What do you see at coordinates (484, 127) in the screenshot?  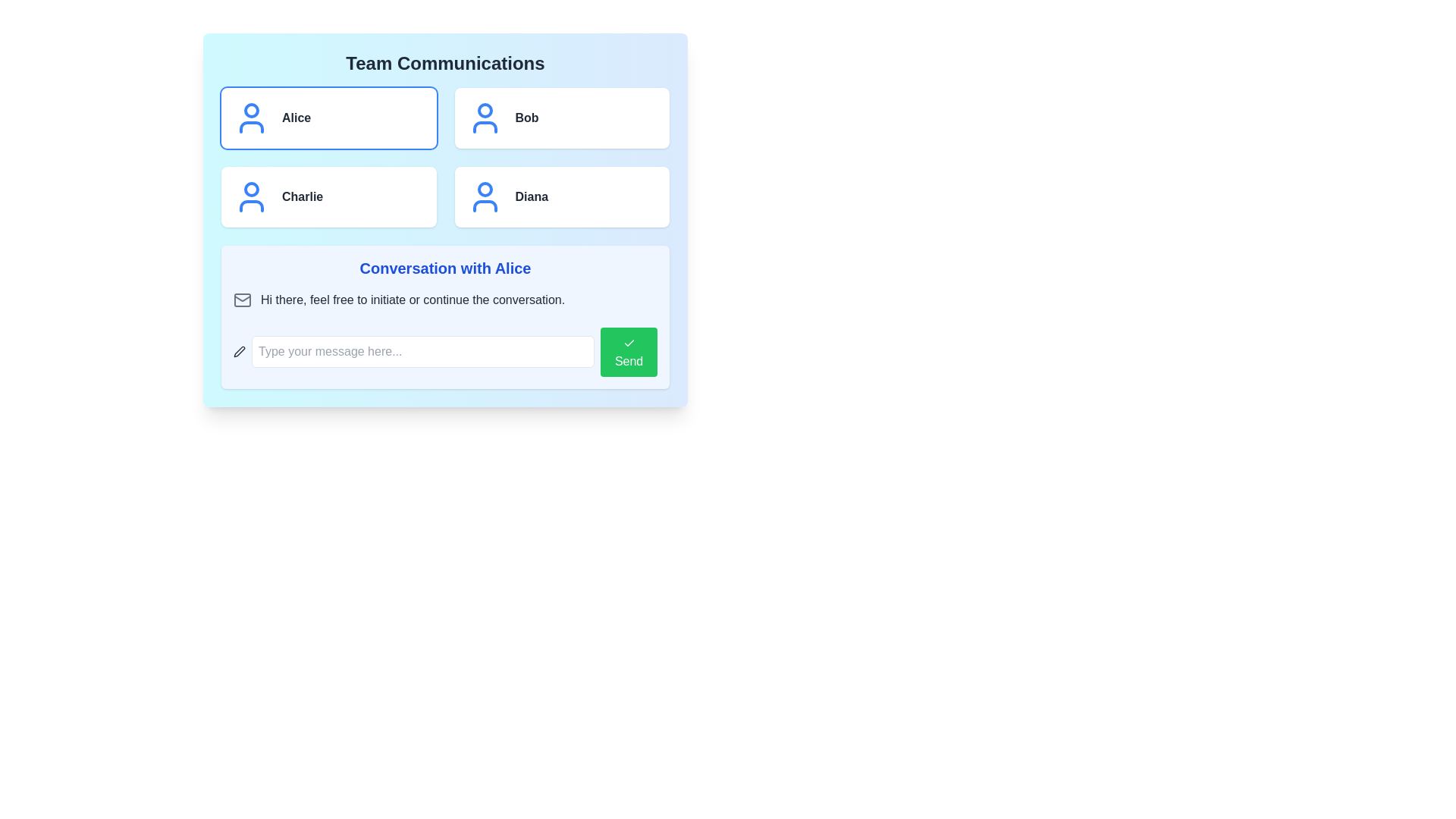 I see `the lower portion of the user icon in the button associated with 'Bob', located in the top-right section of the interface under 'Team Communications'` at bounding box center [484, 127].